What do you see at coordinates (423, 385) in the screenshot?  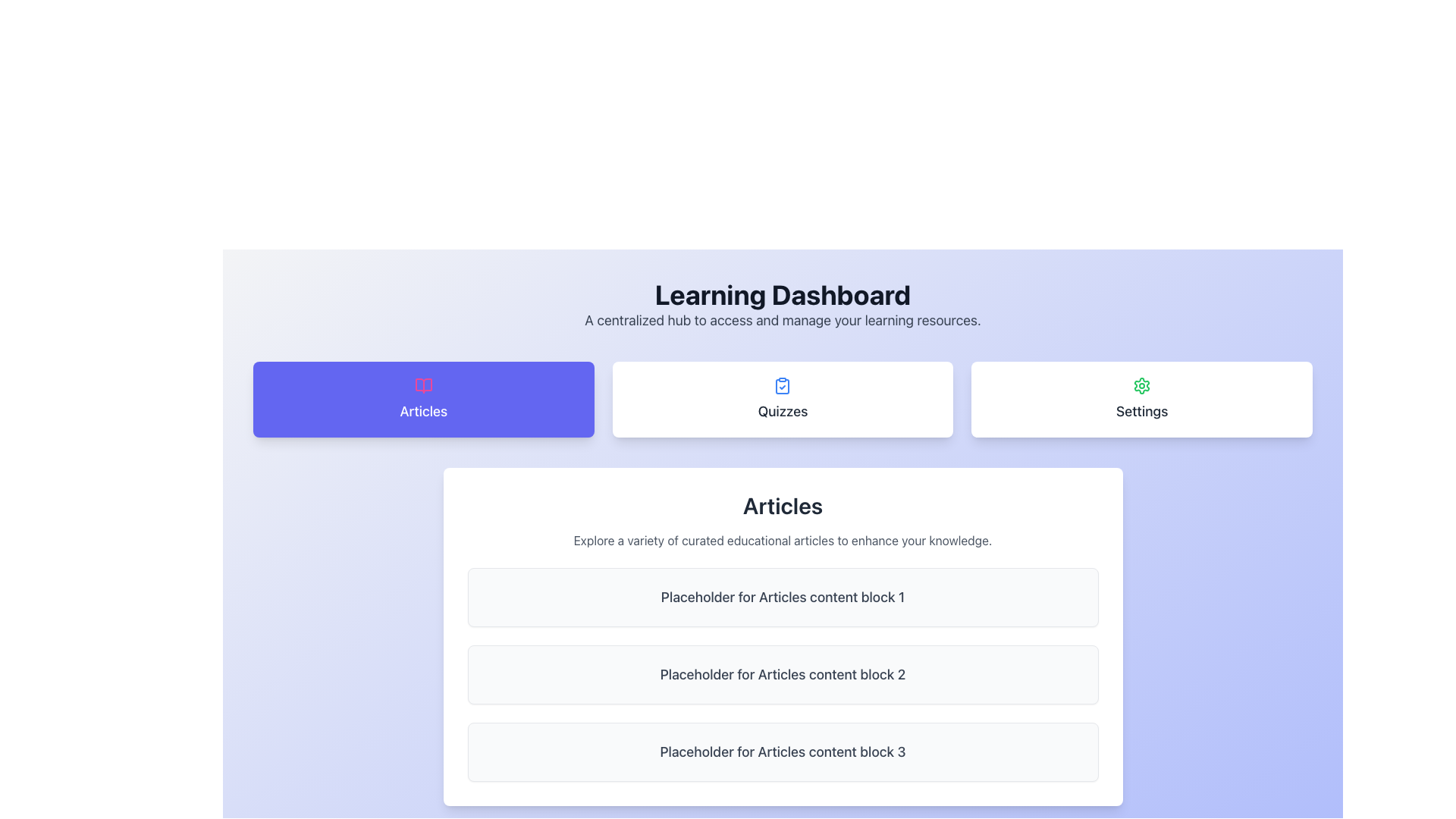 I see `the decorative icon for the 'Articles' button, which visually connects the button to its purpose of displaying articles` at bounding box center [423, 385].